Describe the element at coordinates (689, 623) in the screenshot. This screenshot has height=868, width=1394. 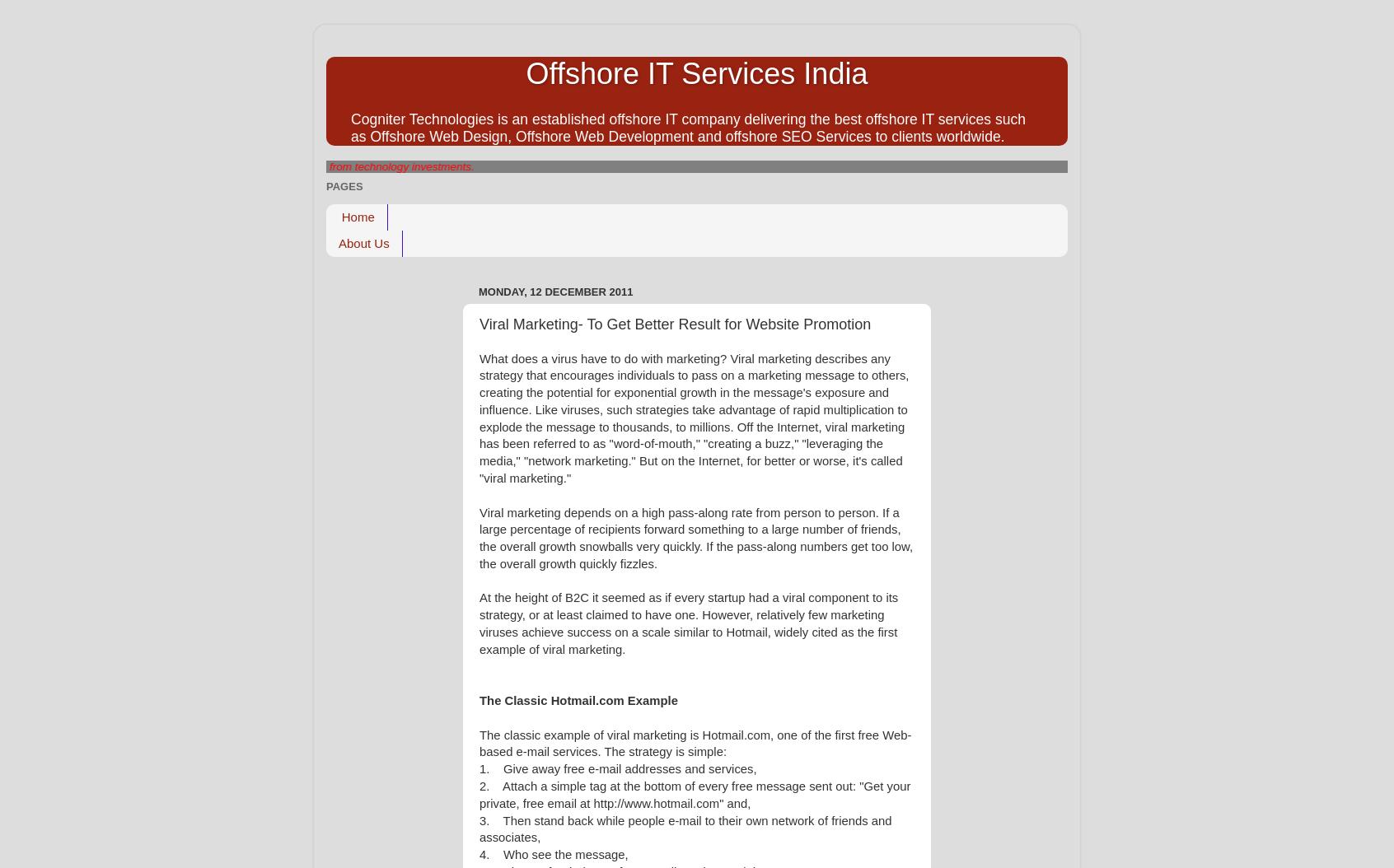
I see `'At the height of B2C it seemed as if every startup had a viral component to its strategy, or at least claimed to have one. However, relatively few marketing viruses achieve success on a scale similar to Hotmail, widely cited as the first example of viral marketing.'` at that location.